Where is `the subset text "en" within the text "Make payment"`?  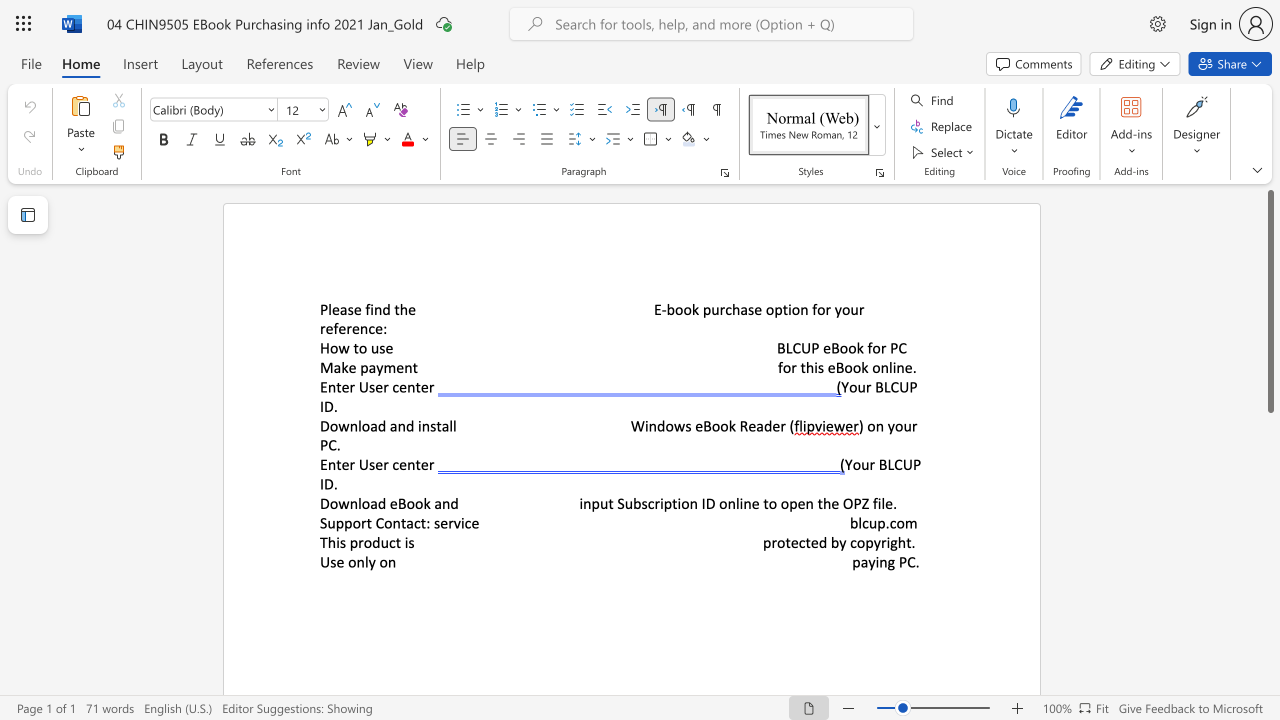 the subset text "en" within the text "Make payment" is located at coordinates (396, 367).